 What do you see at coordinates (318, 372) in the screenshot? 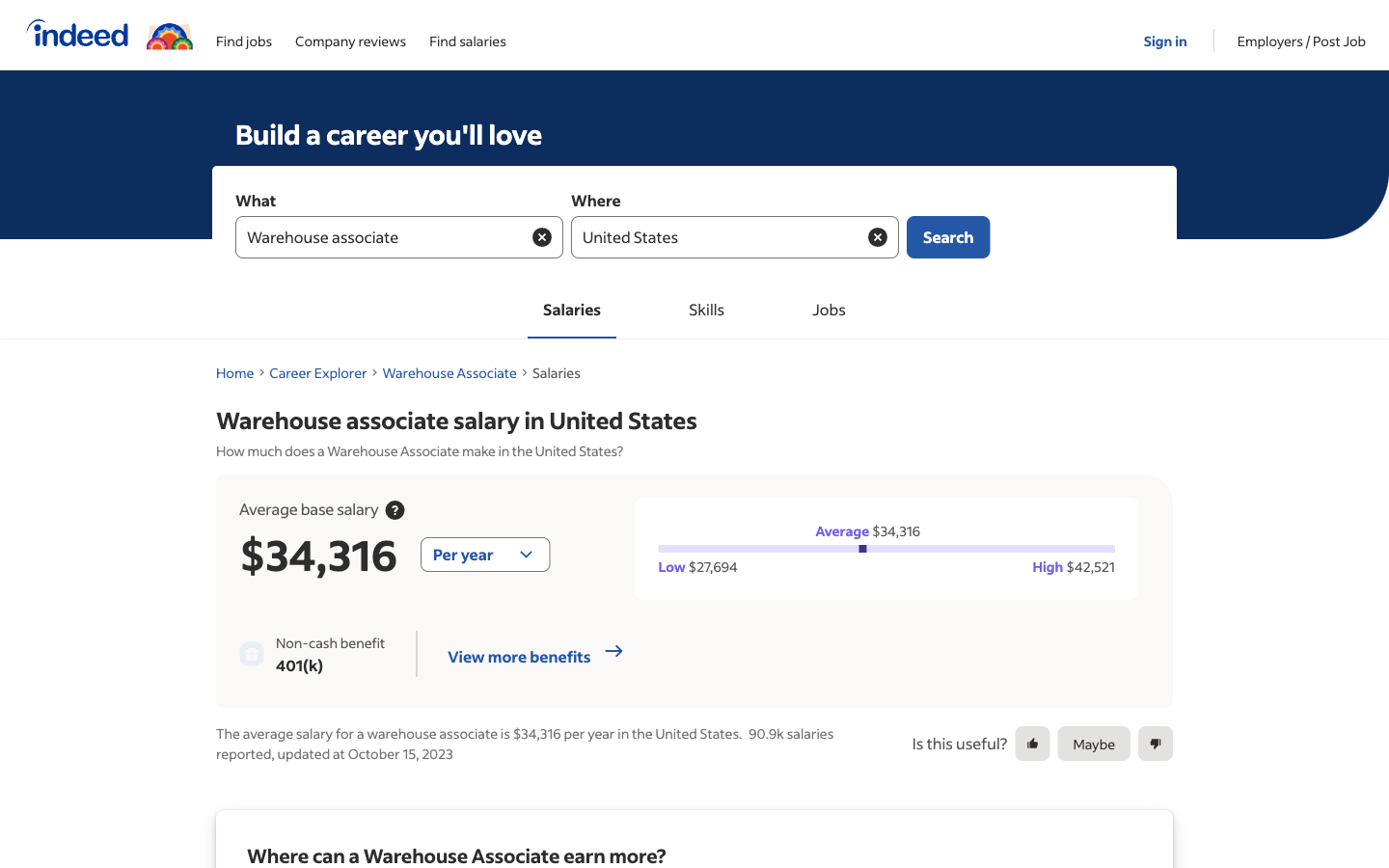
I see `the career explorer page` at bounding box center [318, 372].